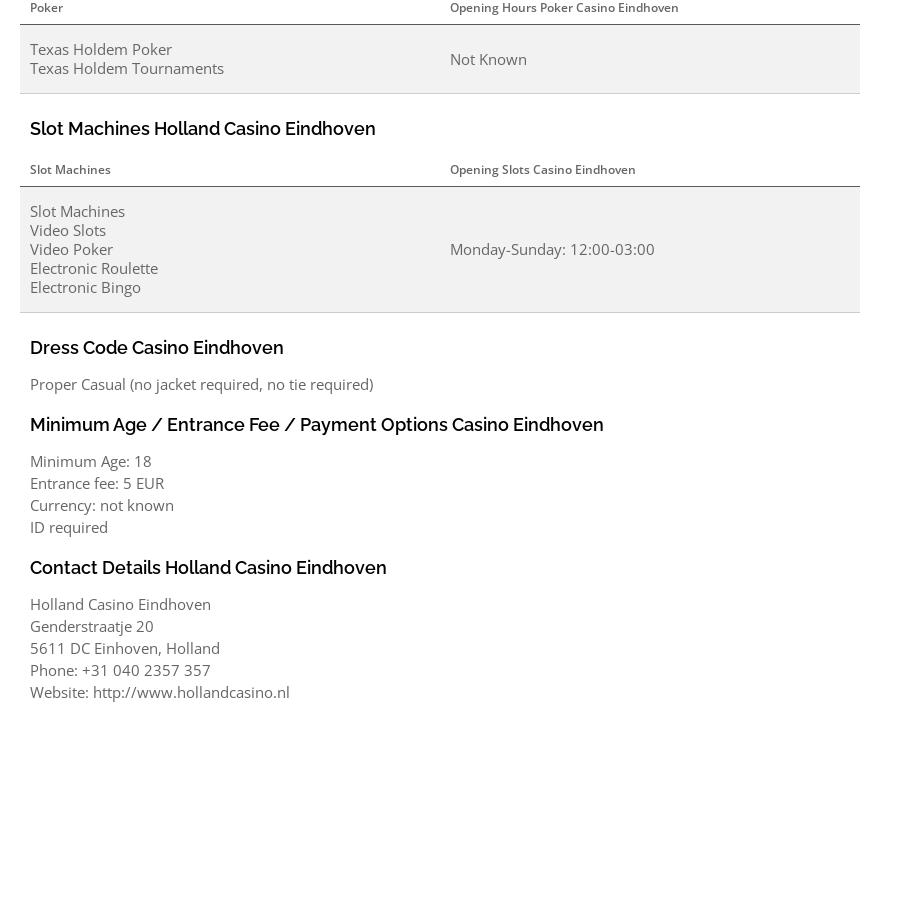 The height and width of the screenshot is (916, 900). I want to click on 'Website: http://www.hollandcasino.nl', so click(160, 692).